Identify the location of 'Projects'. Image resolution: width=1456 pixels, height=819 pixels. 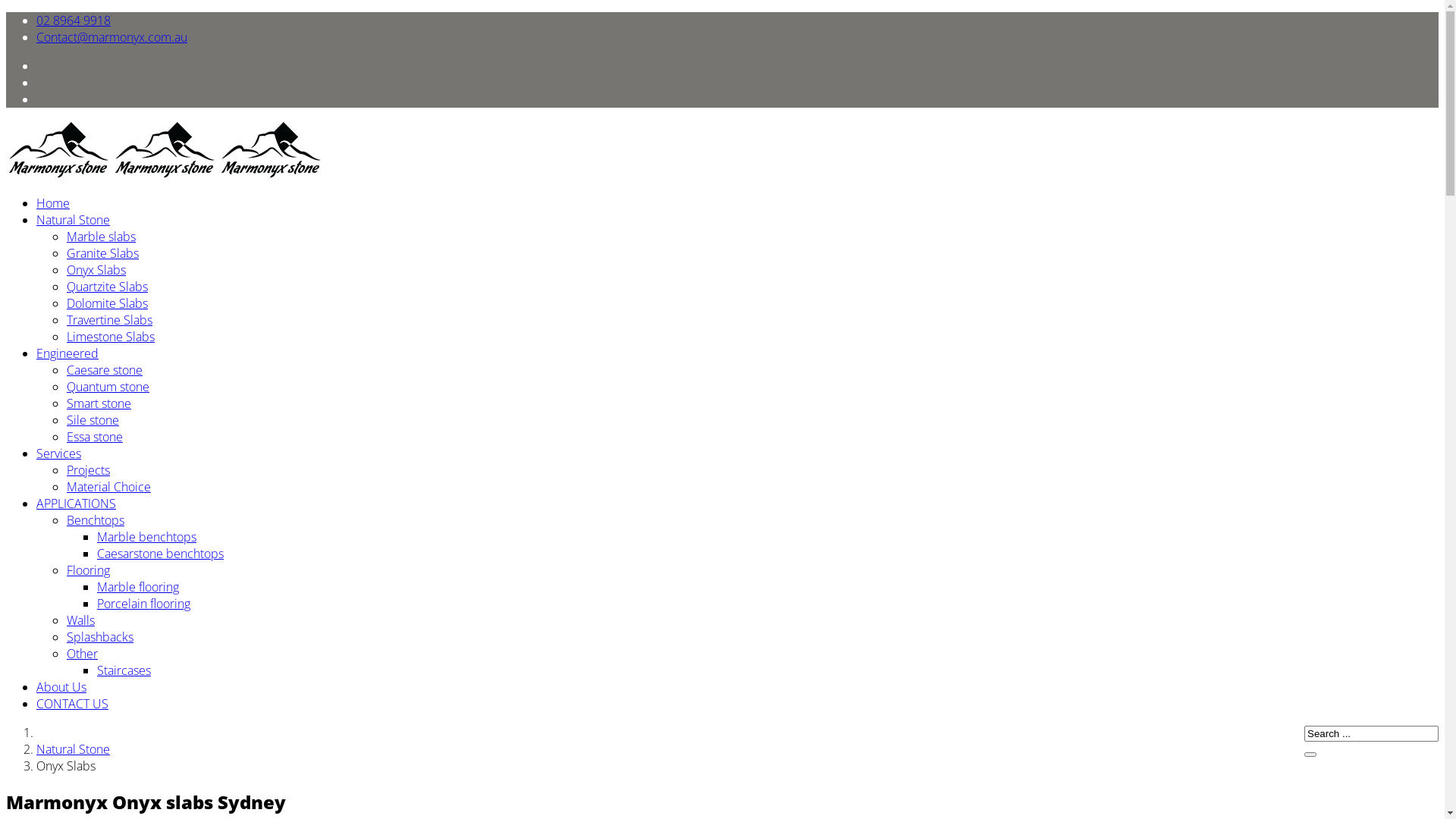
(65, 469).